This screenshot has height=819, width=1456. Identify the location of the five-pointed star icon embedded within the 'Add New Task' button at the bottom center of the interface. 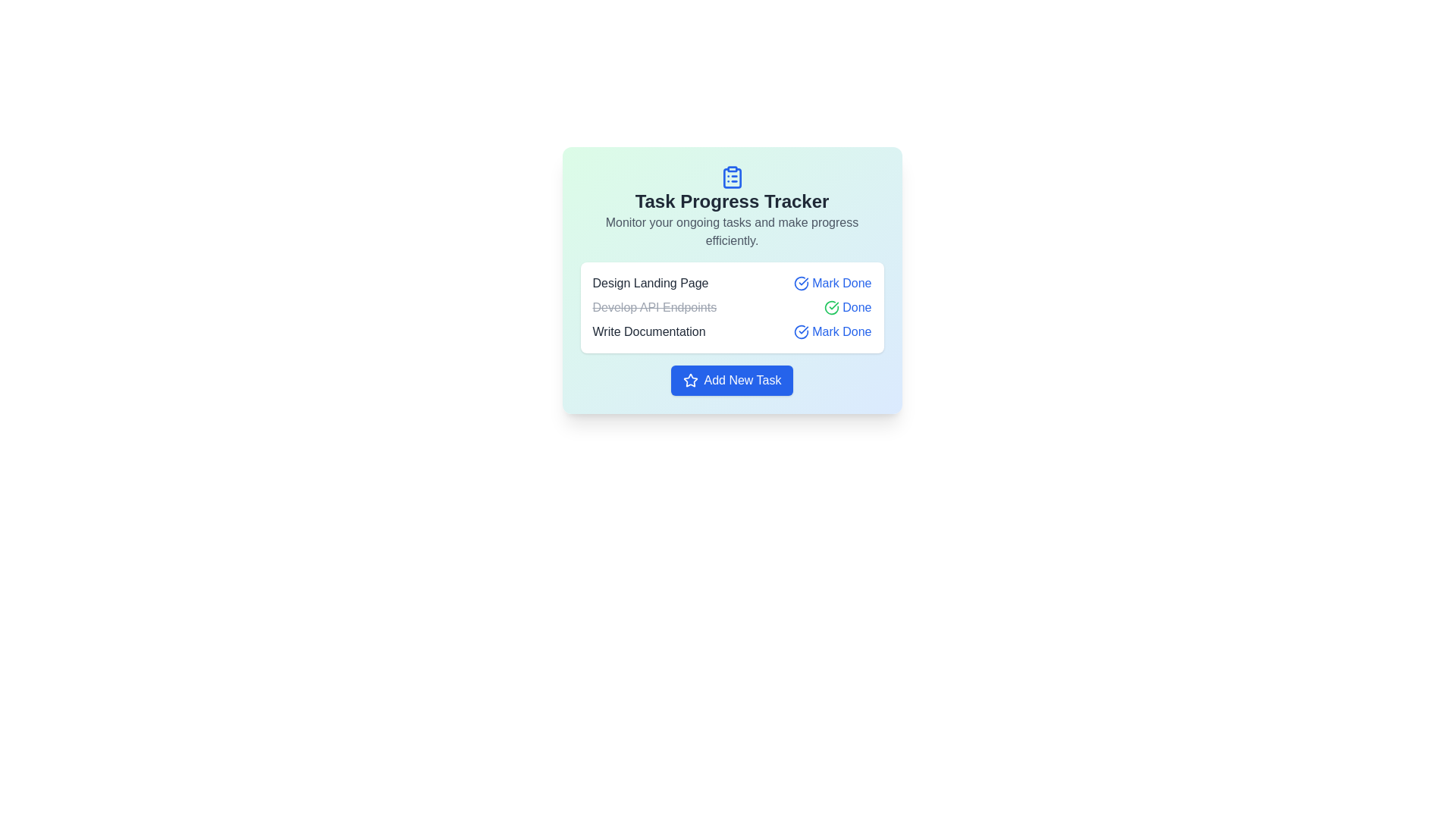
(689, 379).